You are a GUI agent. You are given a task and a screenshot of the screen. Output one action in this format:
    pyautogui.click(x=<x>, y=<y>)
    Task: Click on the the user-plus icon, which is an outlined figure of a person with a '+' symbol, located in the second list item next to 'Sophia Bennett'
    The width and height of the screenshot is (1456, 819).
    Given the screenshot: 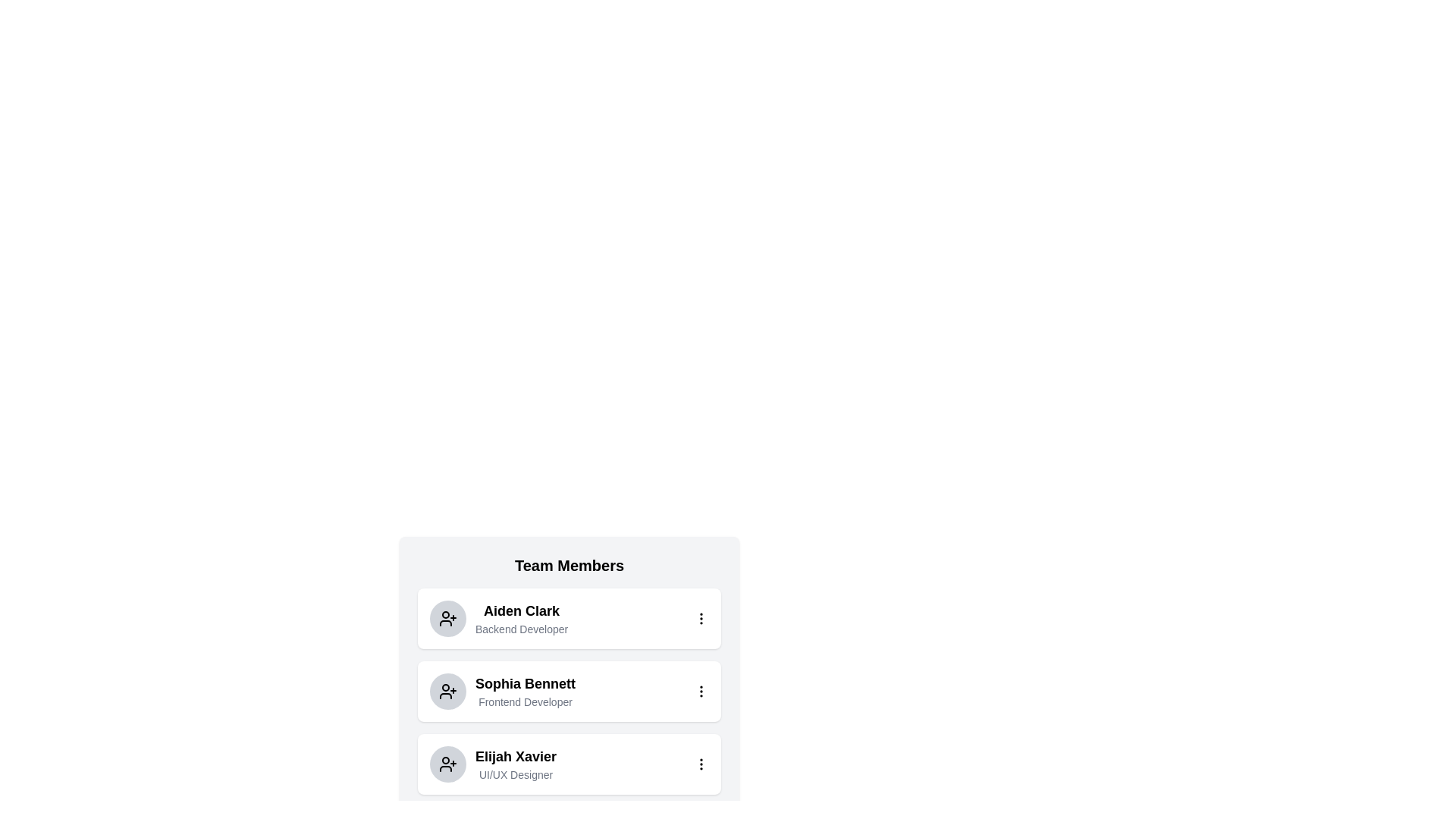 What is the action you would take?
    pyautogui.click(x=447, y=691)
    